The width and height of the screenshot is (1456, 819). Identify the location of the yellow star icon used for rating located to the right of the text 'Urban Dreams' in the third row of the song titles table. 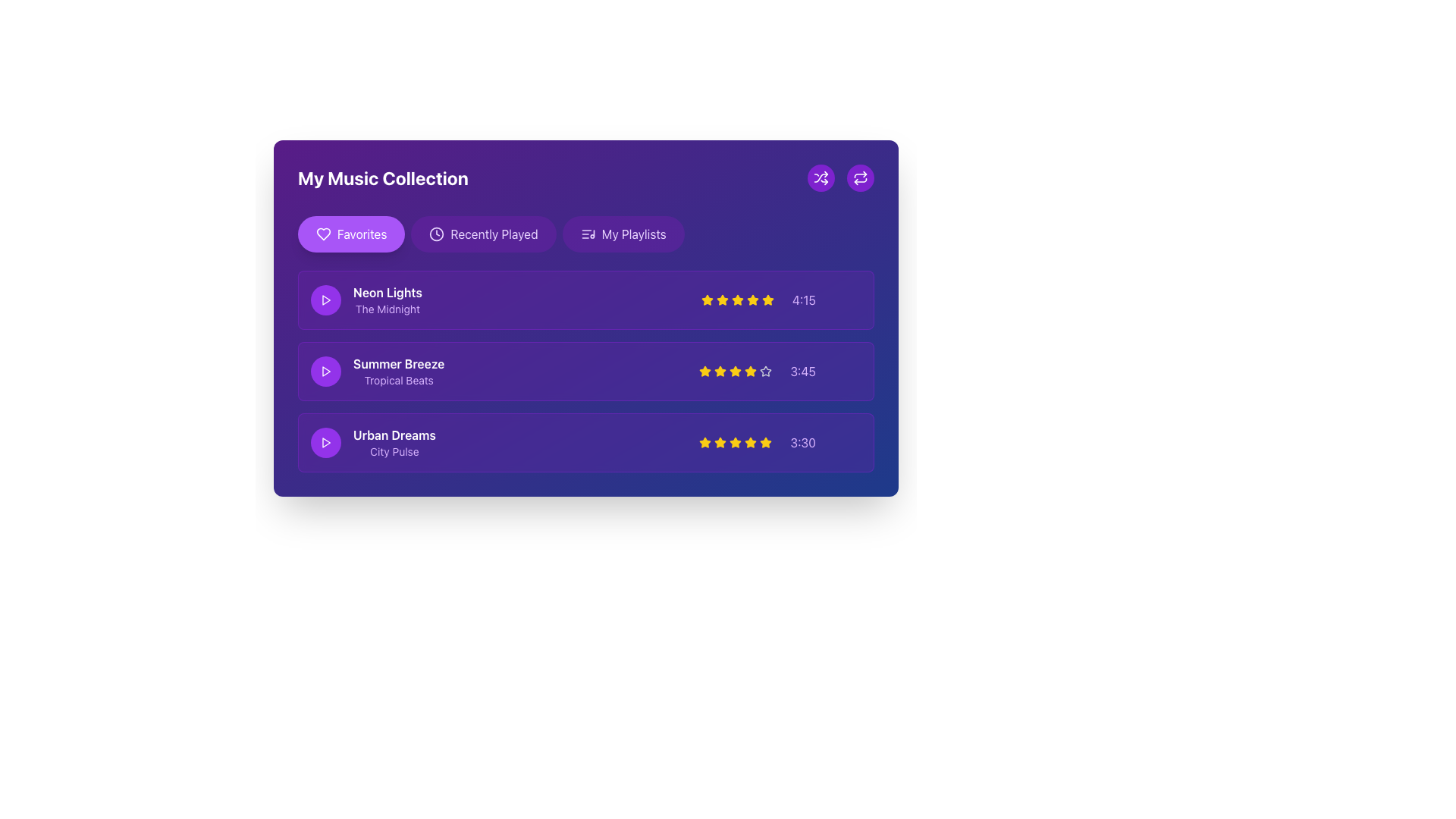
(736, 442).